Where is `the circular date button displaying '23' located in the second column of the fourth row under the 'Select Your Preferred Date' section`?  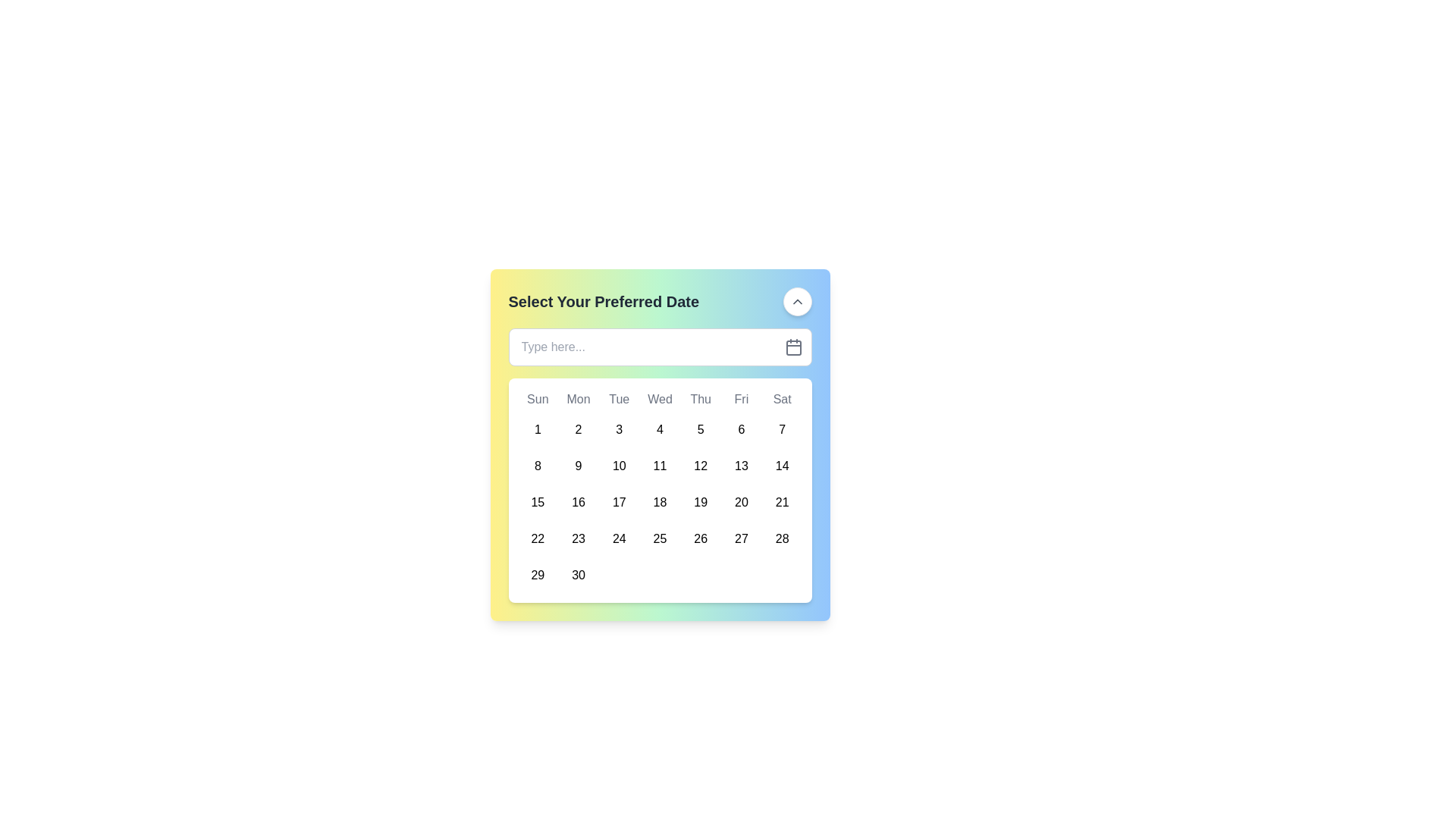 the circular date button displaying '23' located in the second column of the fourth row under the 'Select Your Preferred Date' section is located at coordinates (578, 538).